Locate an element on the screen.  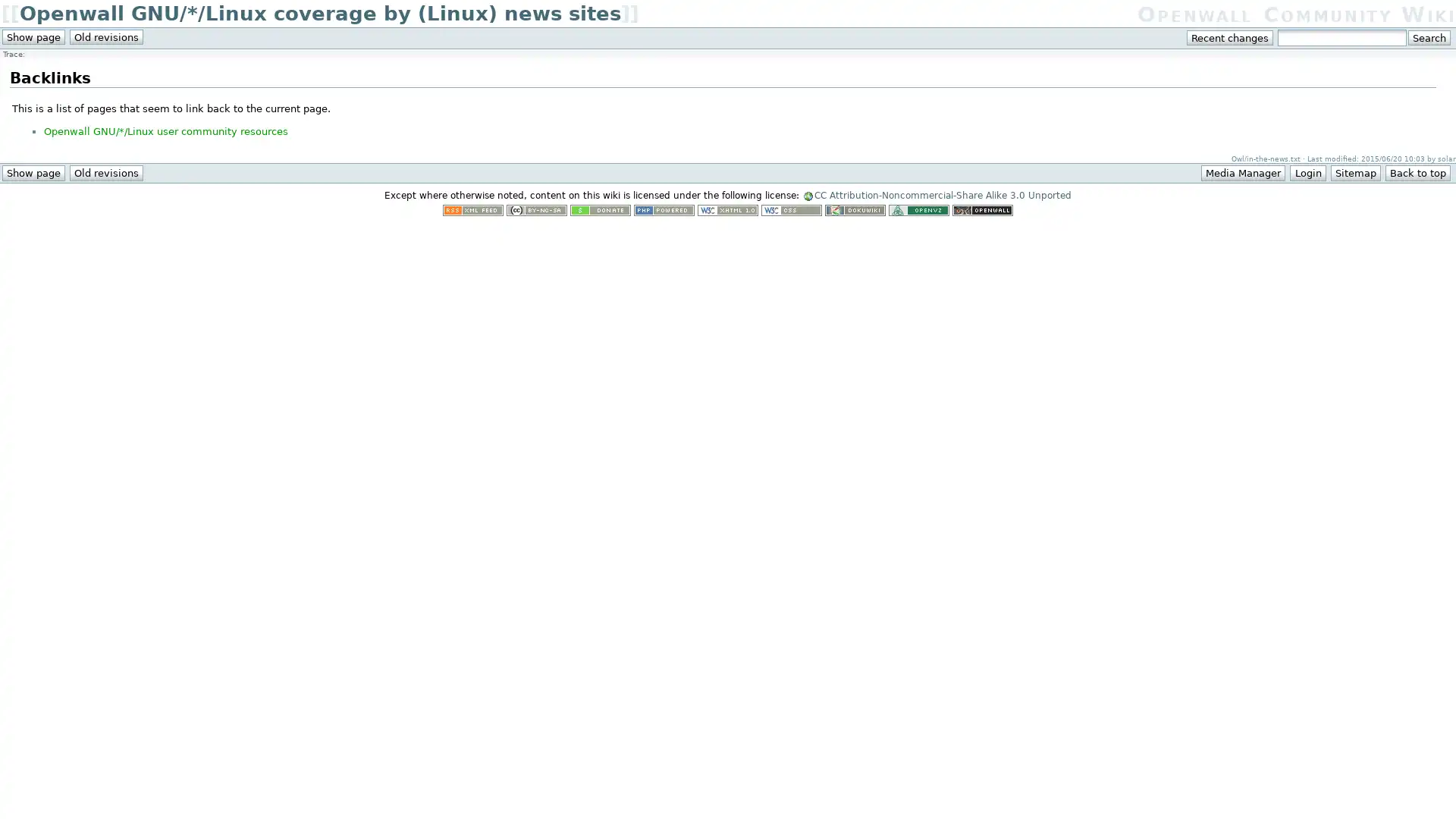
Search is located at coordinates (1428, 37).